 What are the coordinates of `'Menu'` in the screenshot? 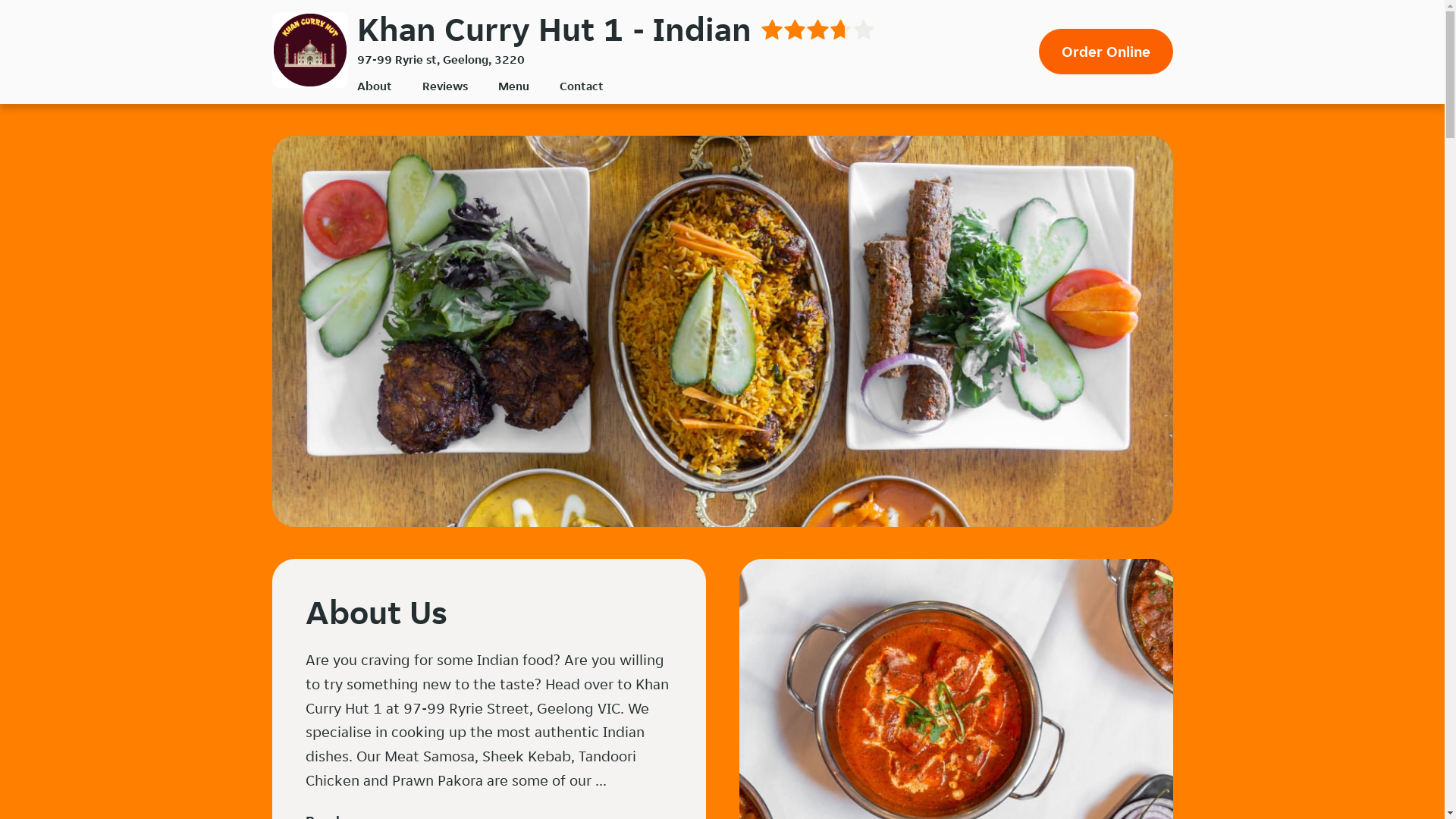 It's located at (513, 86).